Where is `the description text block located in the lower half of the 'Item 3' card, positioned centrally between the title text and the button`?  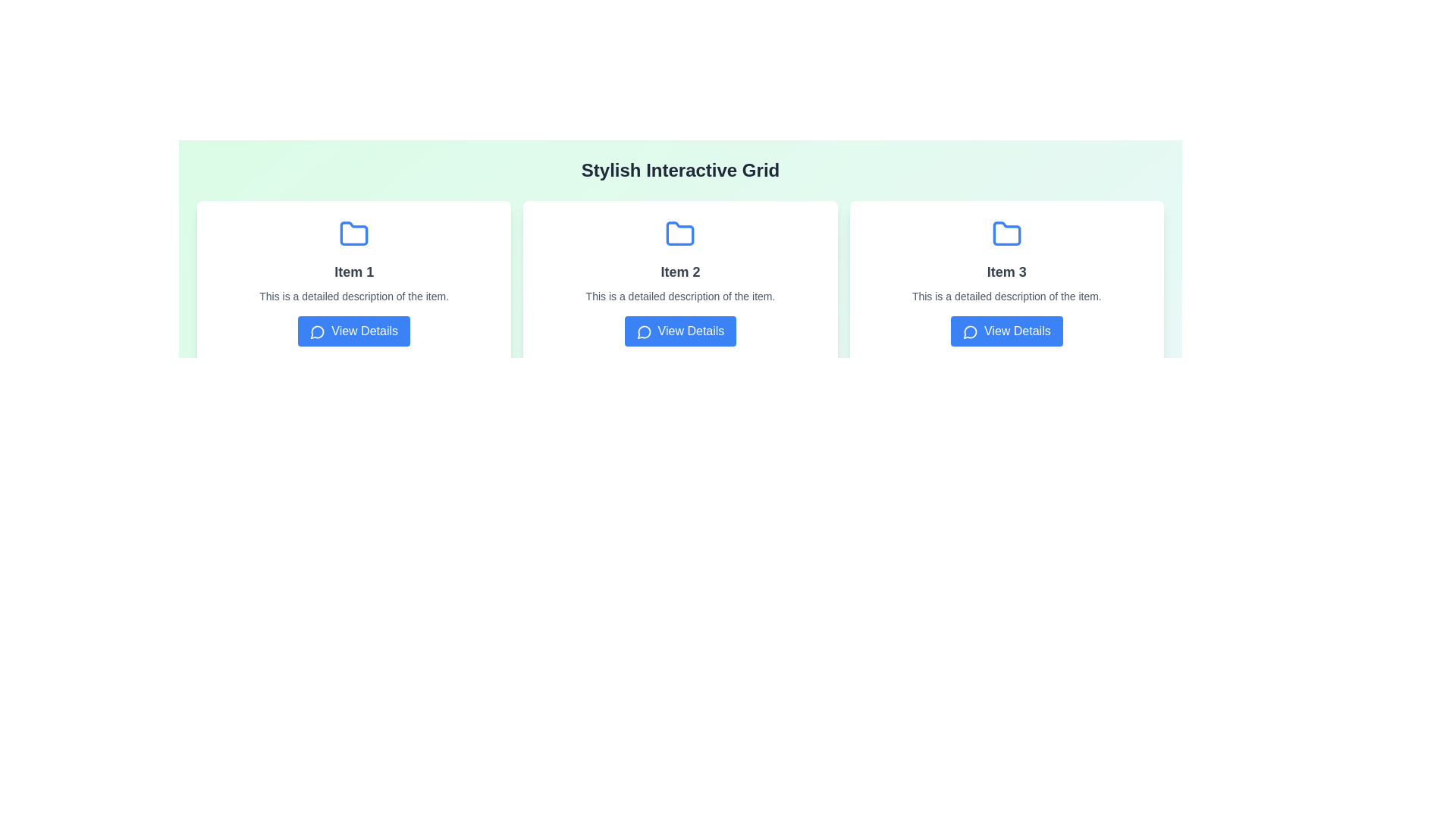 the description text block located in the lower half of the 'Item 3' card, positioned centrally between the title text and the button is located at coordinates (1006, 296).